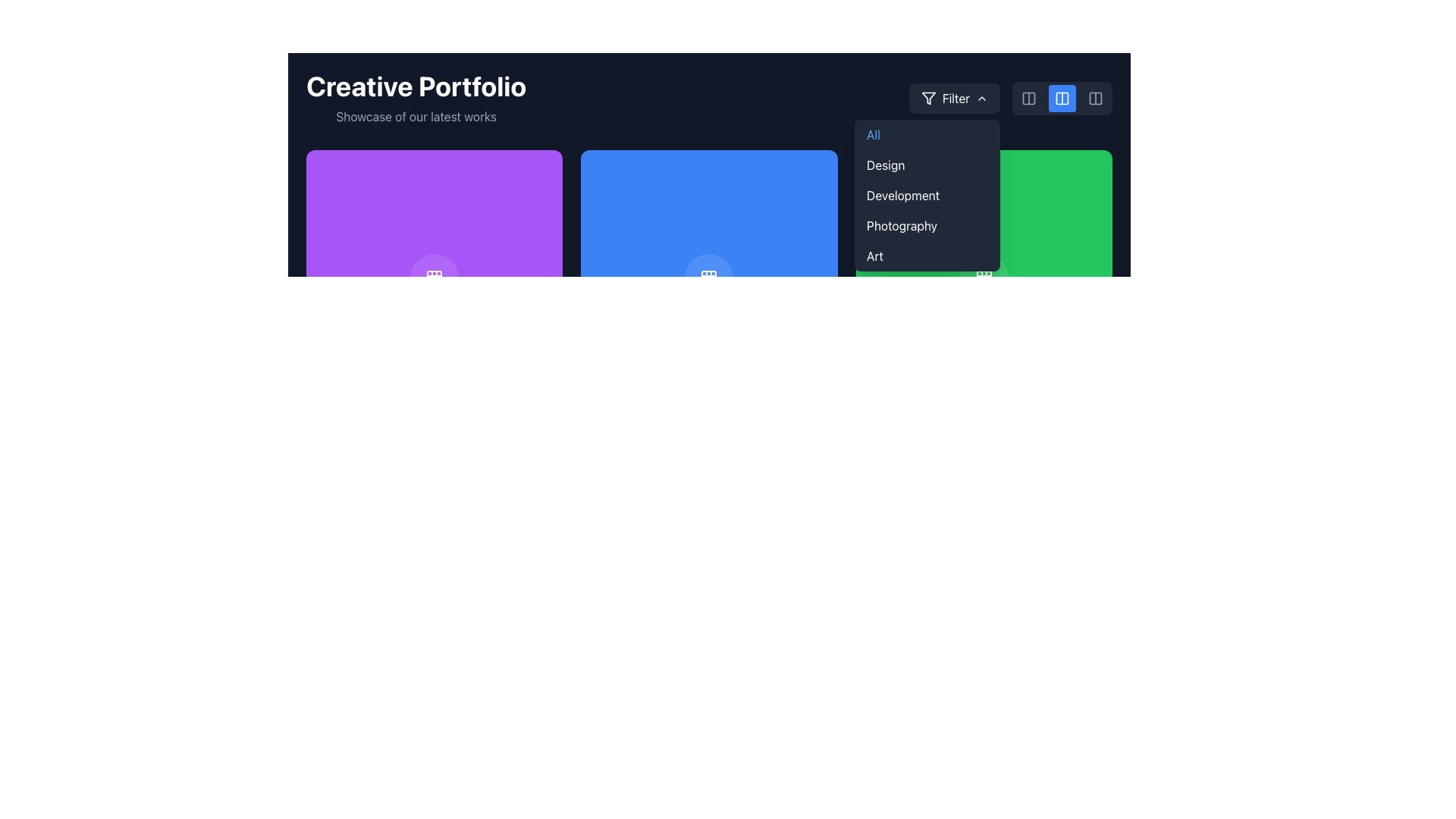 Image resolution: width=1456 pixels, height=819 pixels. I want to click on the button located in the bottom-right corner of the menu area, so click(984, 278).